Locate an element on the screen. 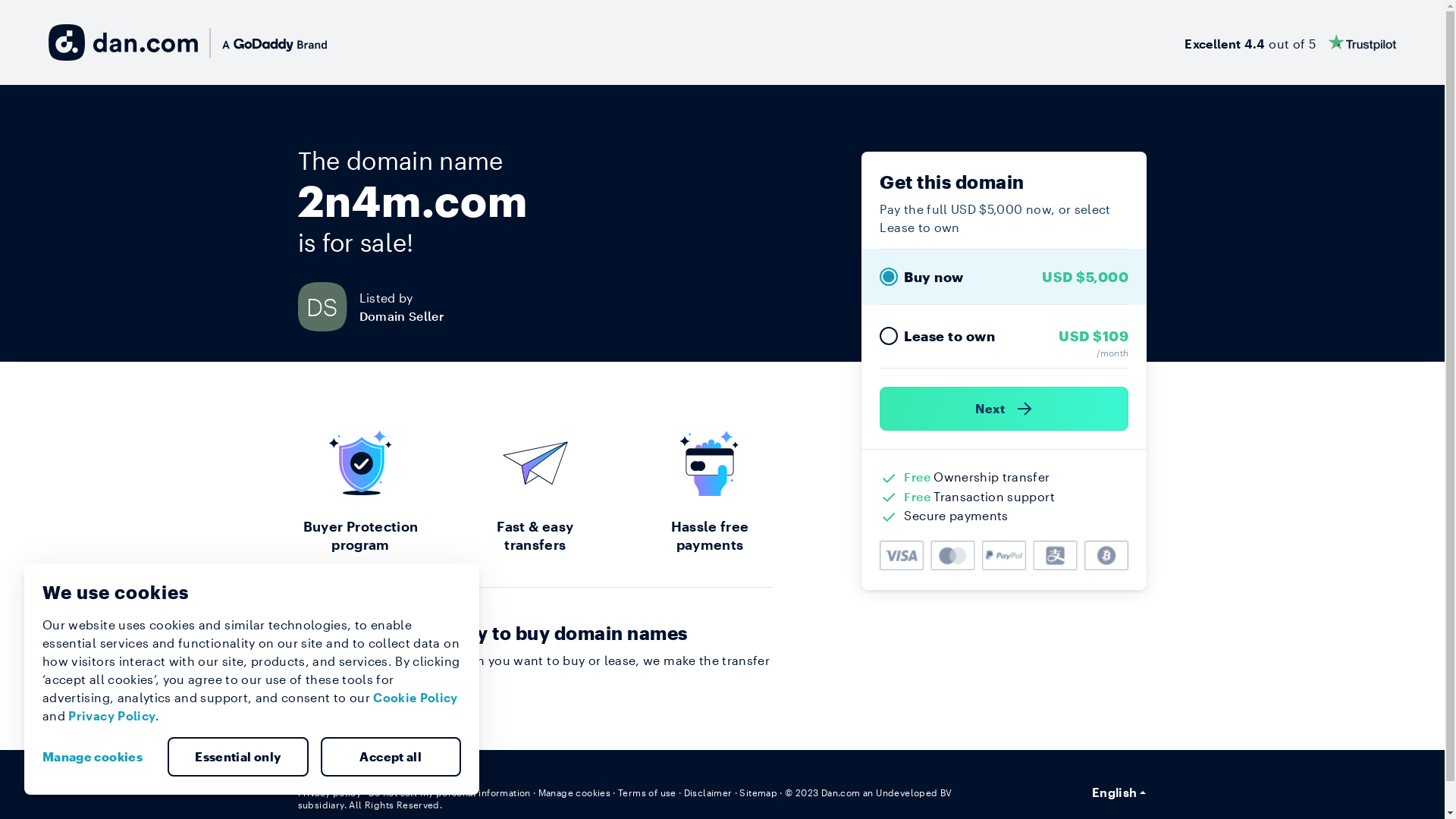 The width and height of the screenshot is (1456, 819). 'Manage cookies' is located at coordinates (97, 757).